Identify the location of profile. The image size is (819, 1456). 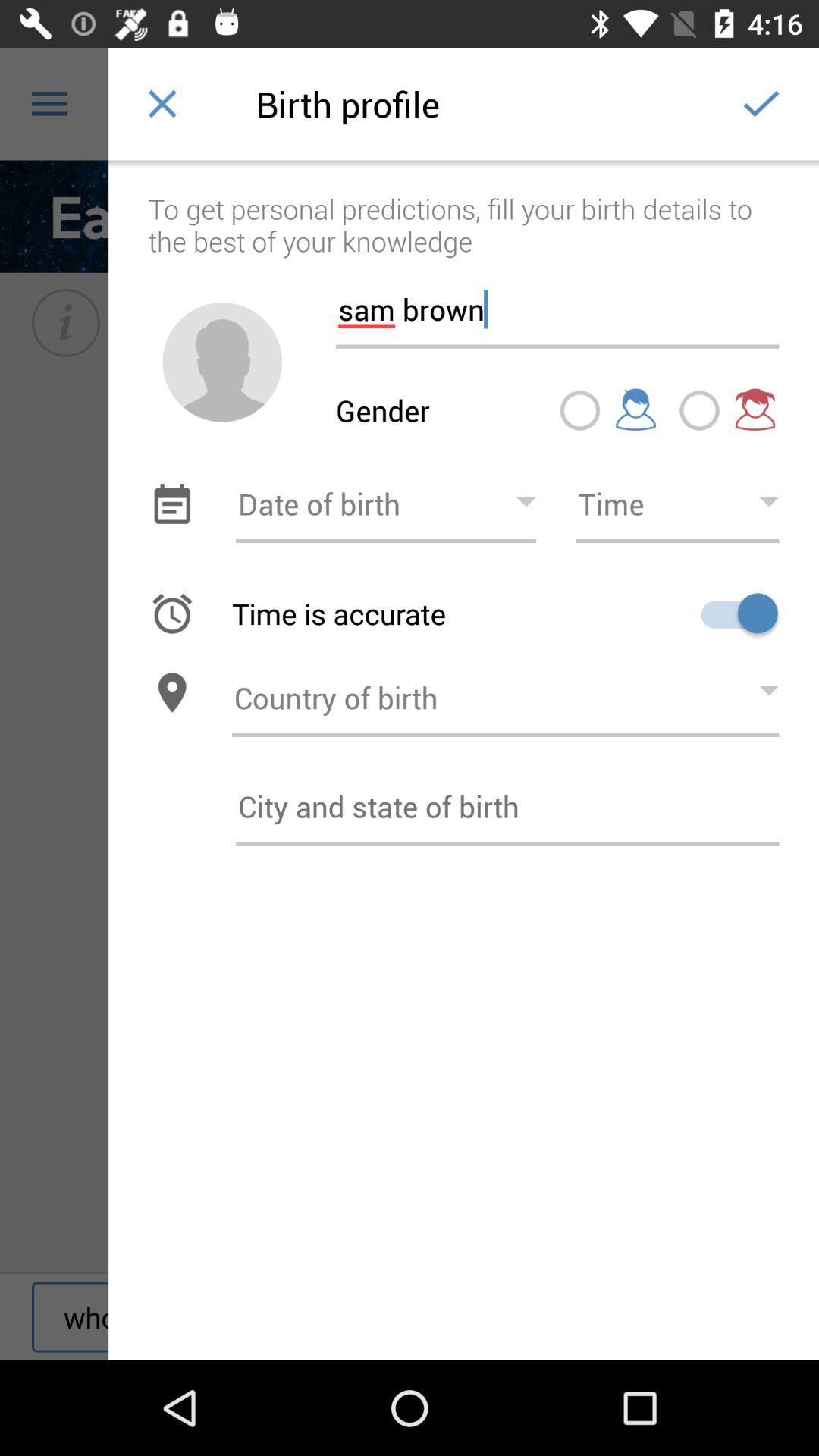
(222, 361).